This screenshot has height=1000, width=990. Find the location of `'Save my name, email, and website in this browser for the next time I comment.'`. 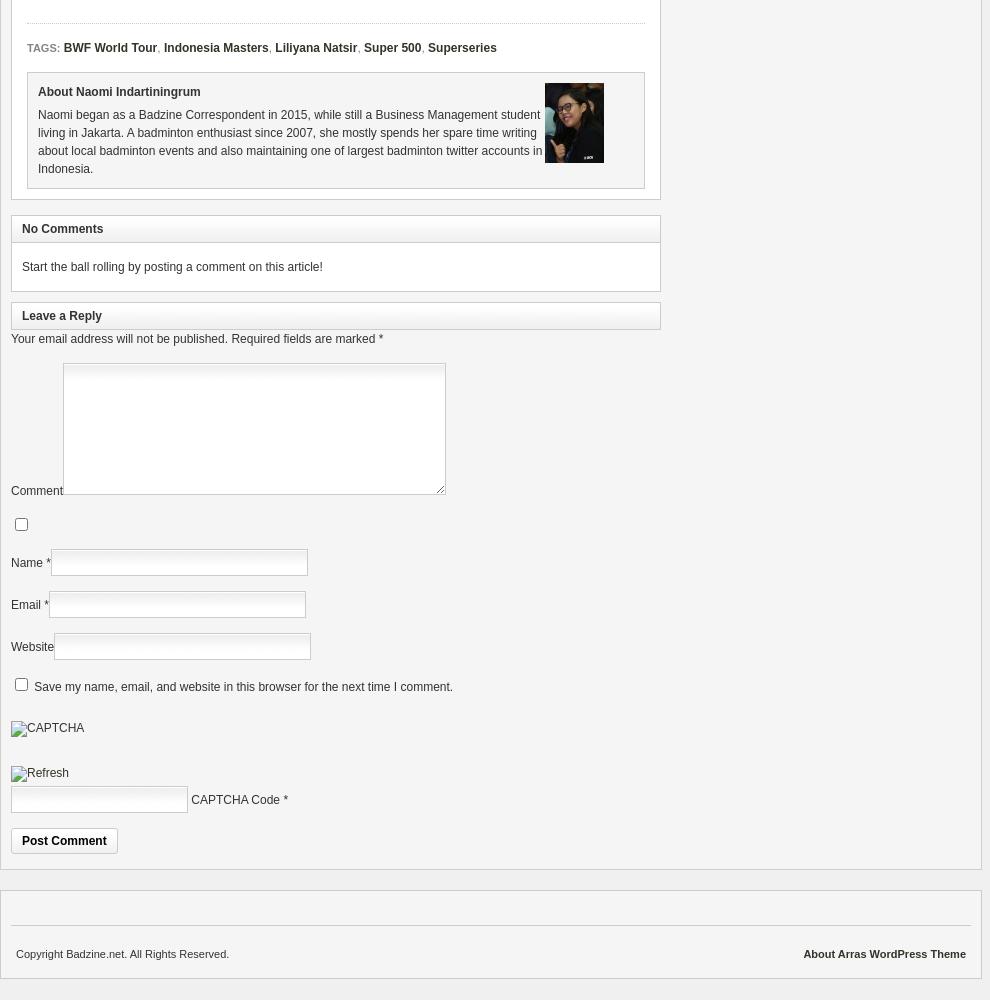

'Save my name, email, and website in this browser for the next time I comment.' is located at coordinates (32, 687).